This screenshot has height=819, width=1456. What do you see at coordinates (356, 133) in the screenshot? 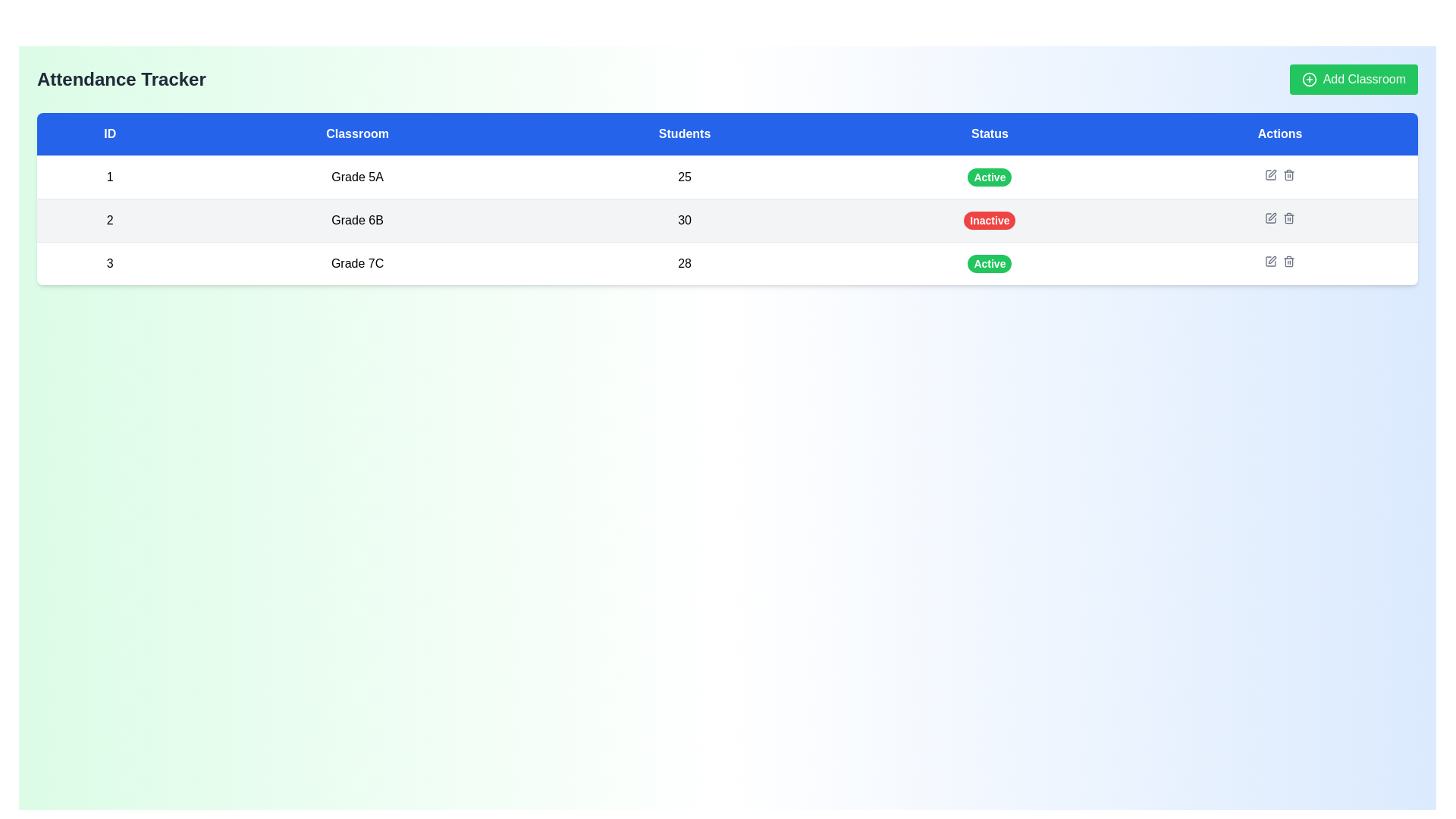
I see `the 'Classroom' column header in the table, which is the second column heading located between the 'ID' and 'Students' column headings` at bounding box center [356, 133].